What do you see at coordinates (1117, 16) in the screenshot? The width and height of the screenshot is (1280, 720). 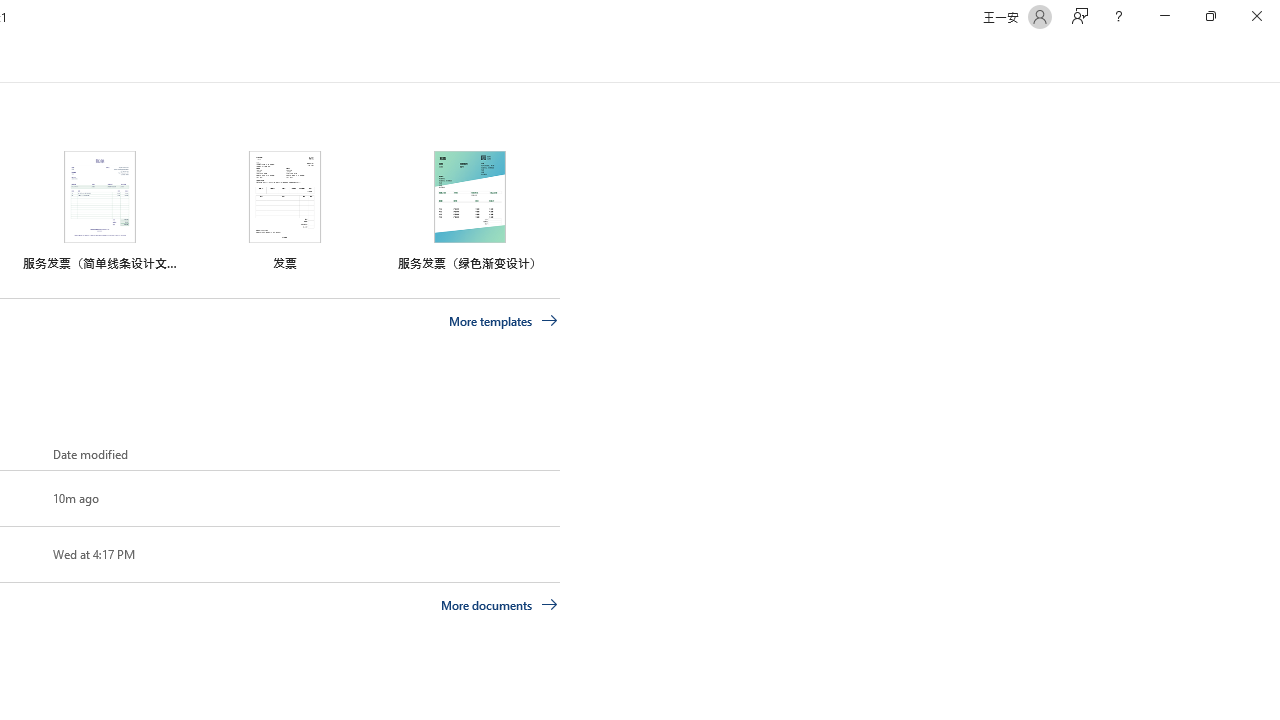 I see `'Help'` at bounding box center [1117, 16].